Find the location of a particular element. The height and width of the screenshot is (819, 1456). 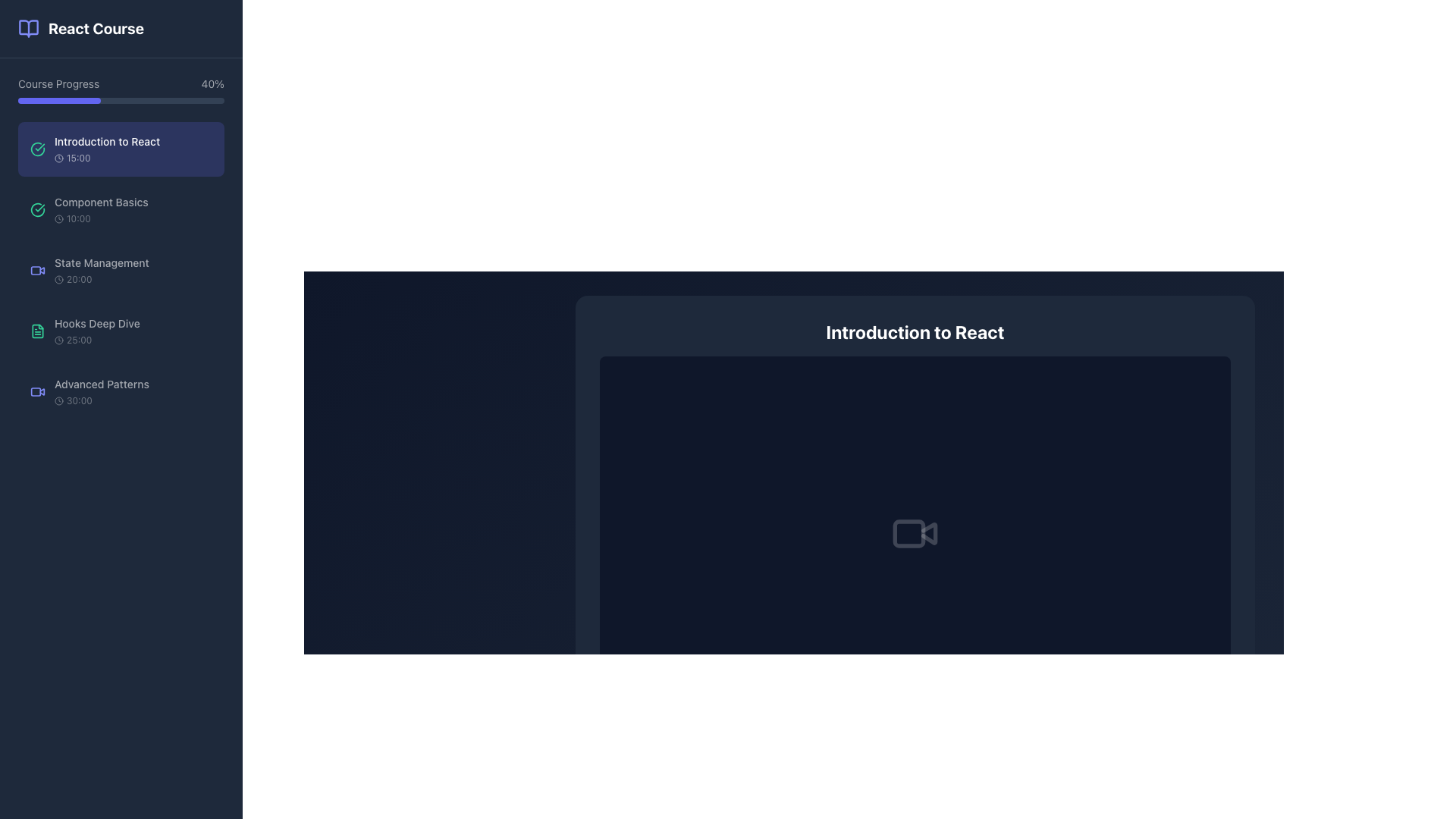

the 'Advanced Patterns' list item in the left sidebar under the 'React Course' heading is located at coordinates (133, 391).